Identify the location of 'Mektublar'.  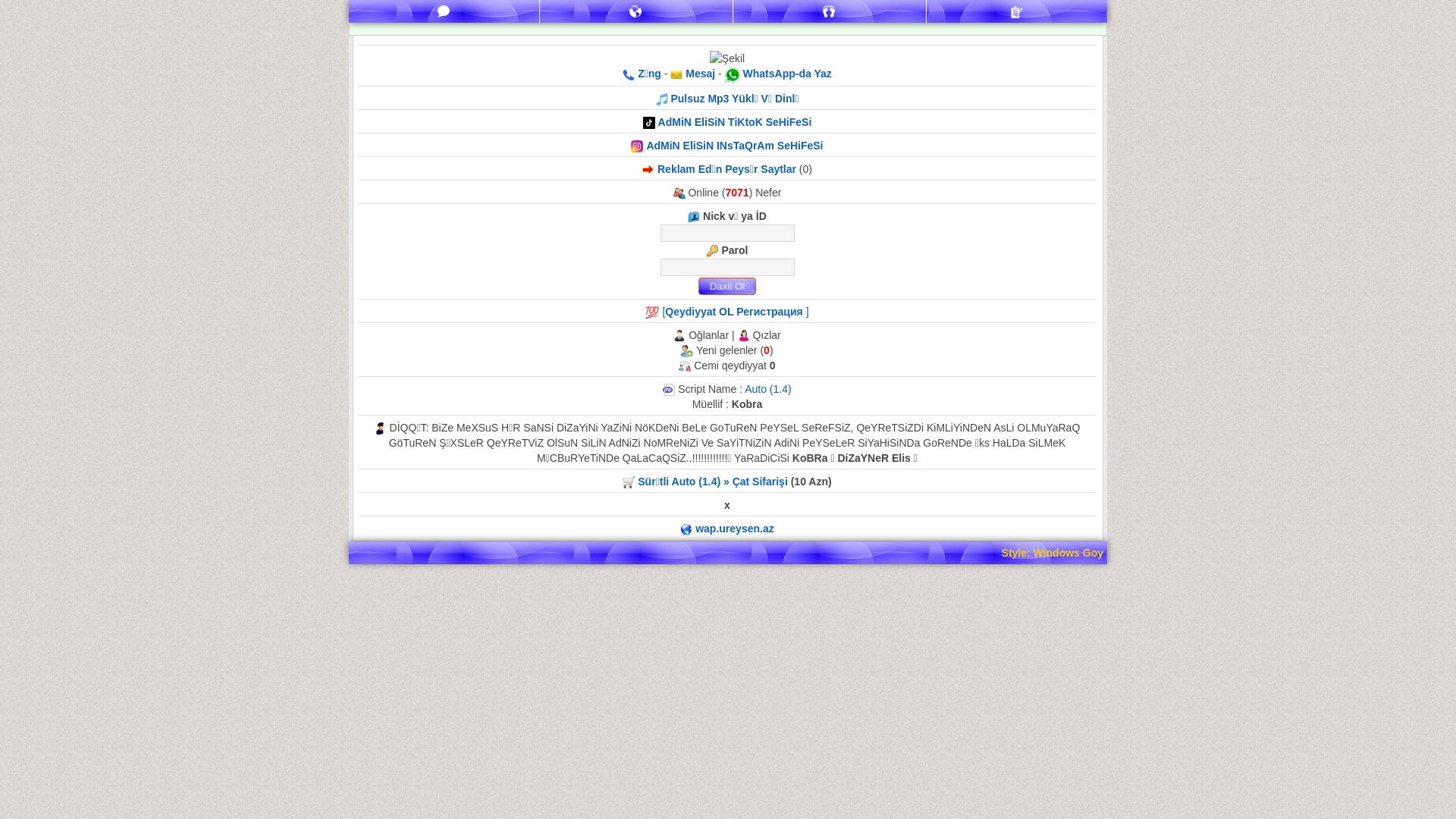
(636, 11).